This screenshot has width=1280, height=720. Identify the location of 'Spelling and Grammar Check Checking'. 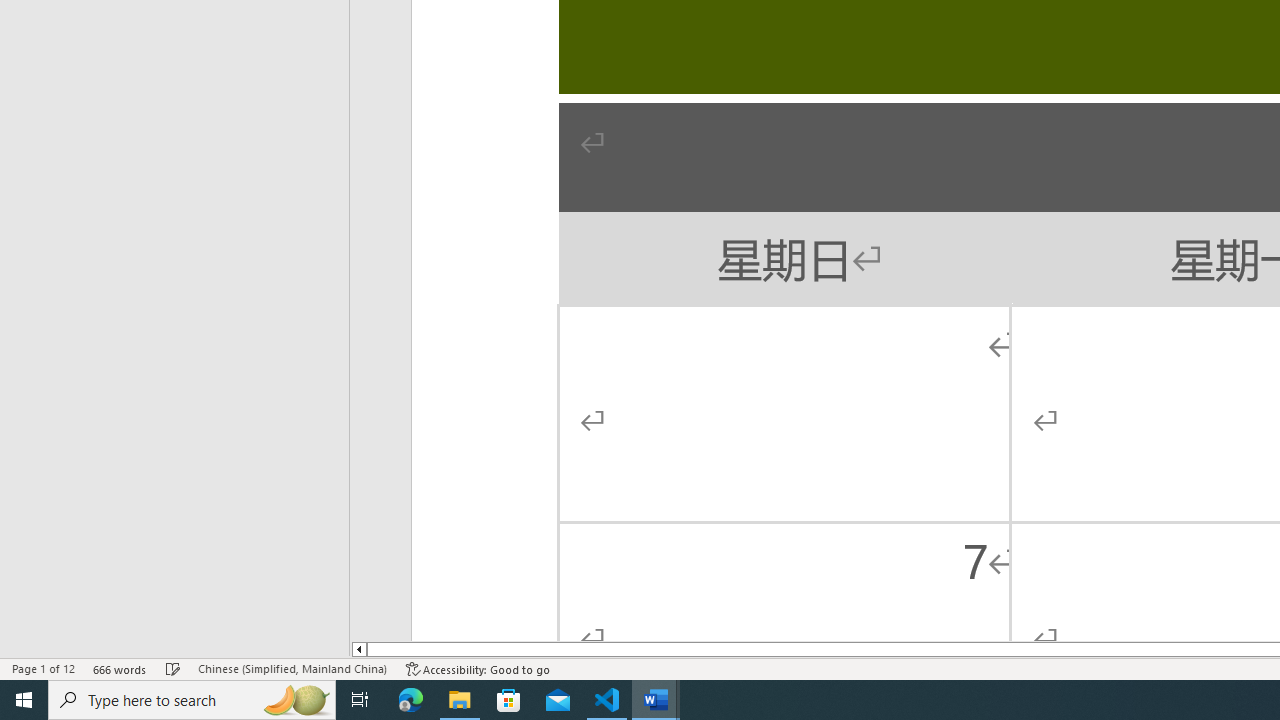
(173, 669).